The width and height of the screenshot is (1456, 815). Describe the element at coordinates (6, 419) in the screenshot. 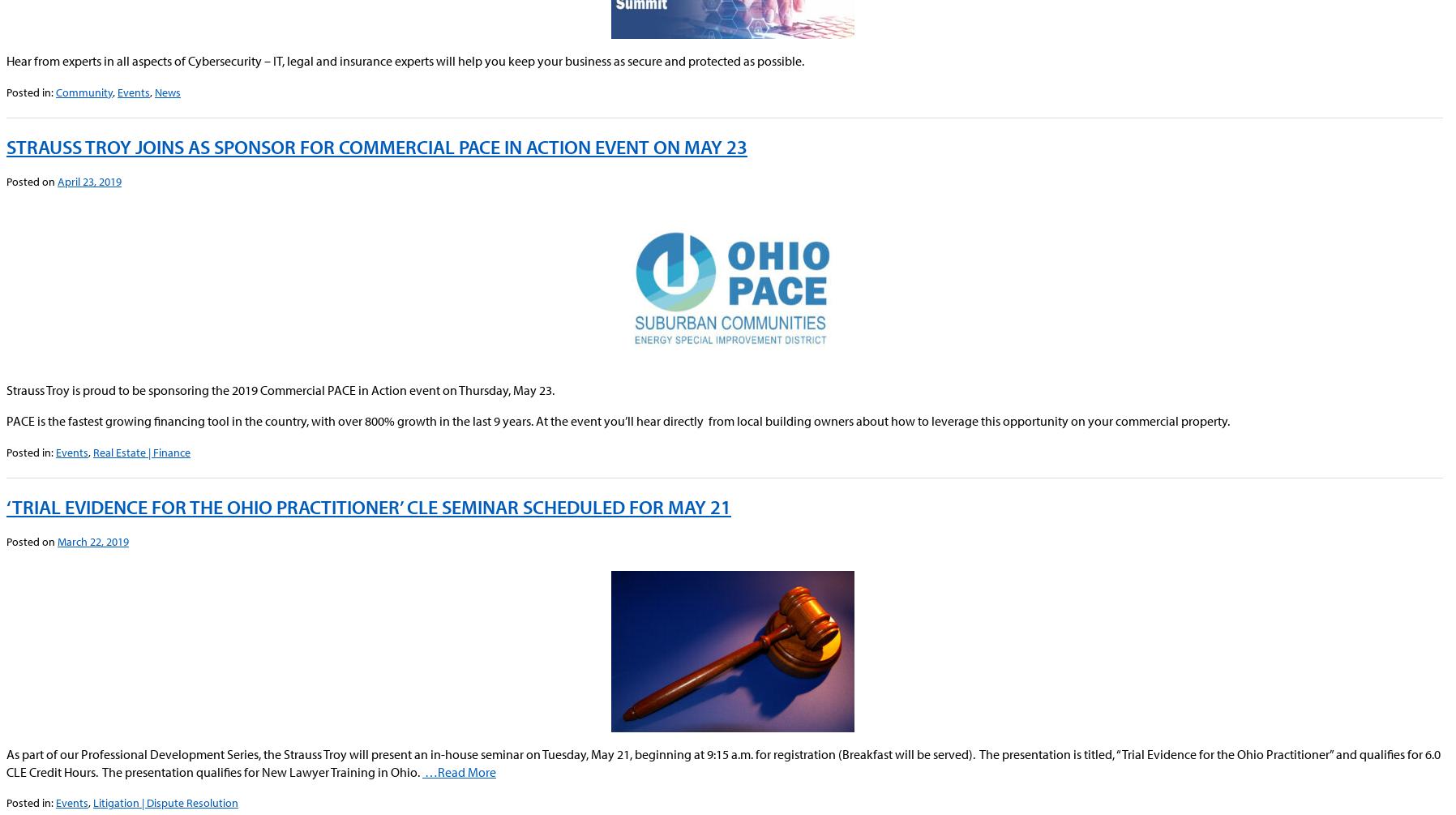

I see `'PACE is the fastest growing financing tool in the country, with over 800% growth in the last 9 years. At the event you’ll hear directly  from local building owners about how to leverage this opportunity on your commercial property.'` at that location.